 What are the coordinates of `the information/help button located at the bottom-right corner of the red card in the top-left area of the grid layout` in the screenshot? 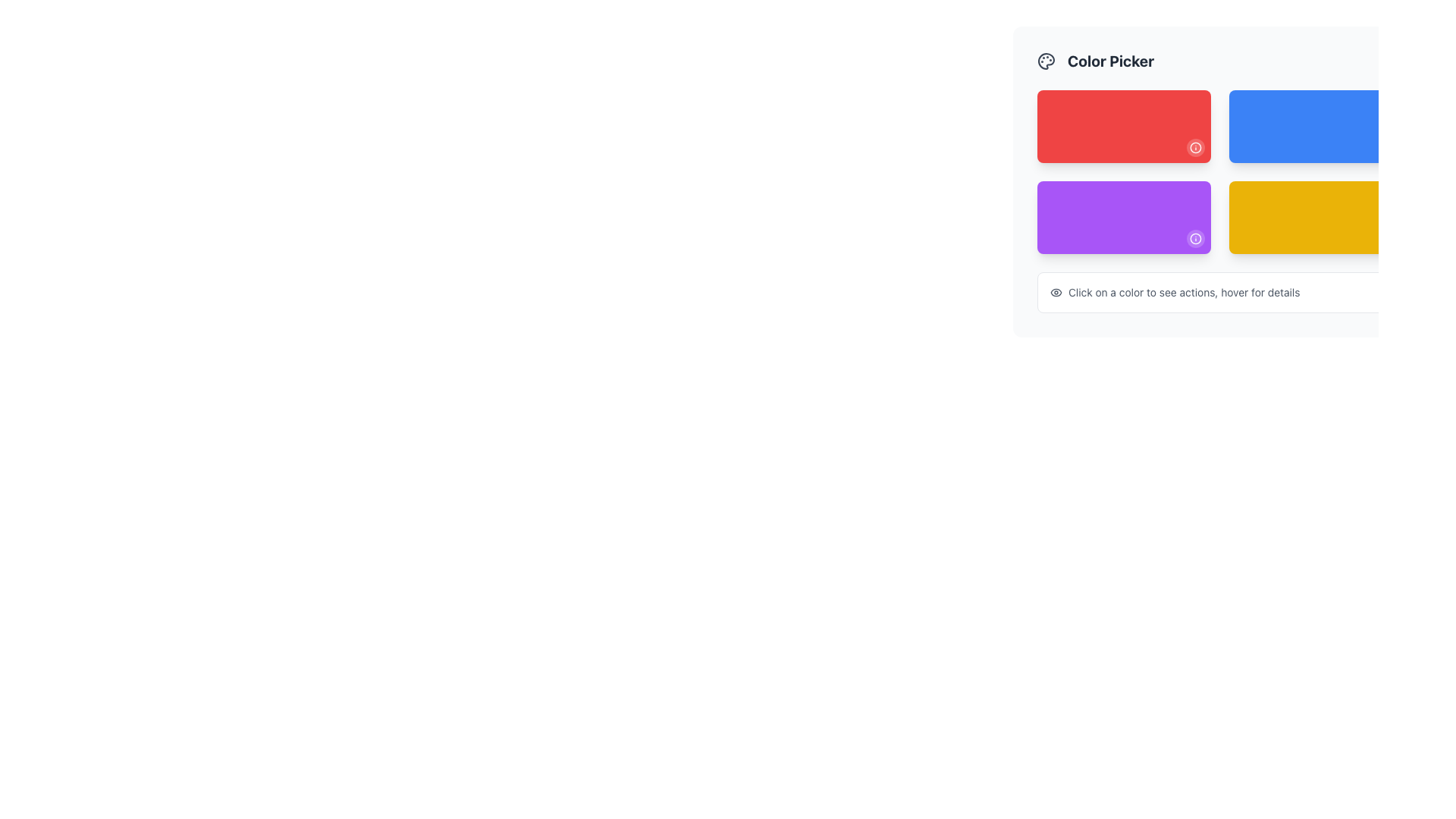 It's located at (1195, 148).